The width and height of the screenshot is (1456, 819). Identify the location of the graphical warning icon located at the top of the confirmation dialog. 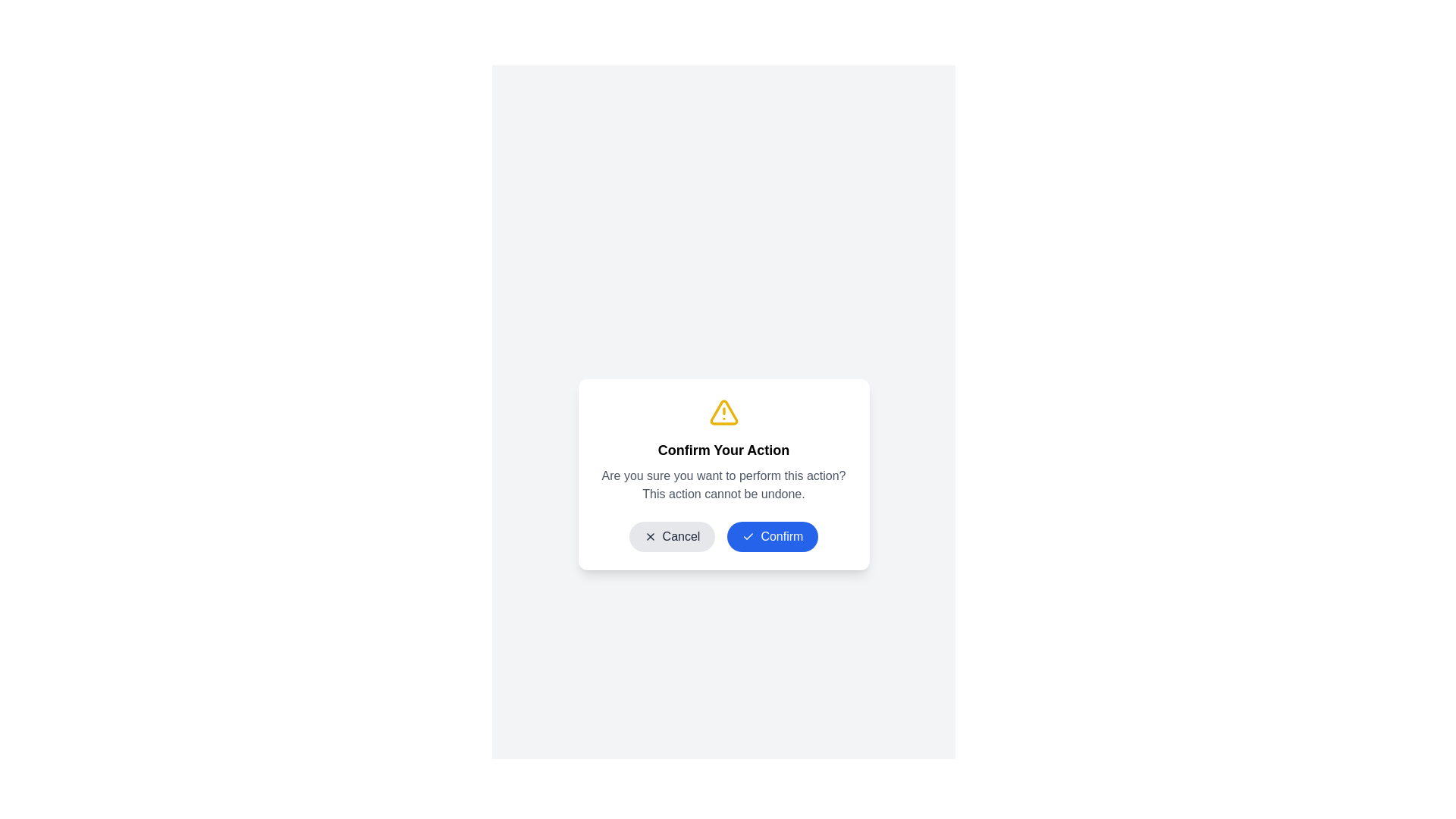
(723, 412).